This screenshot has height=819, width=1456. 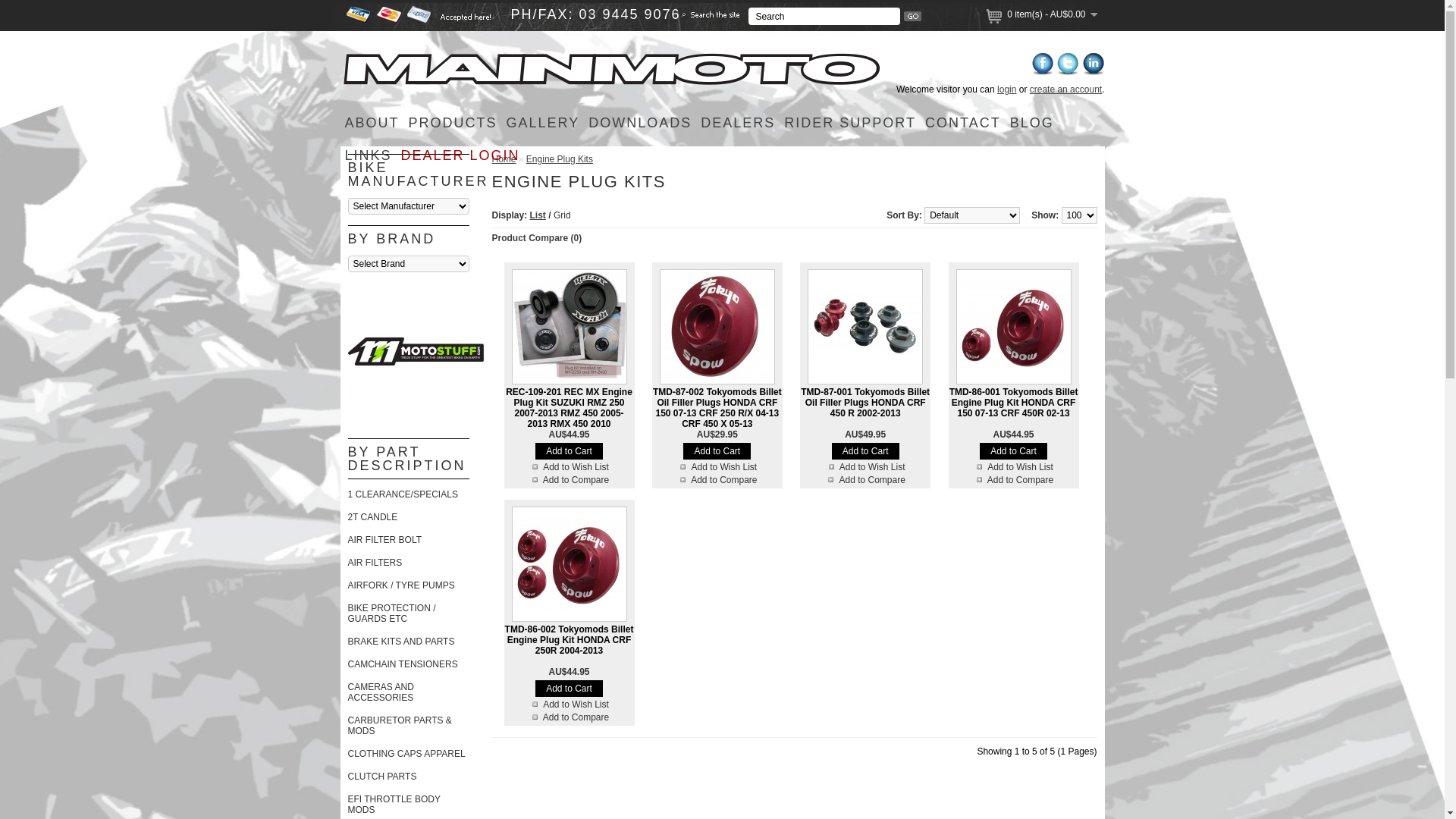 I want to click on 'List', so click(x=538, y=215).